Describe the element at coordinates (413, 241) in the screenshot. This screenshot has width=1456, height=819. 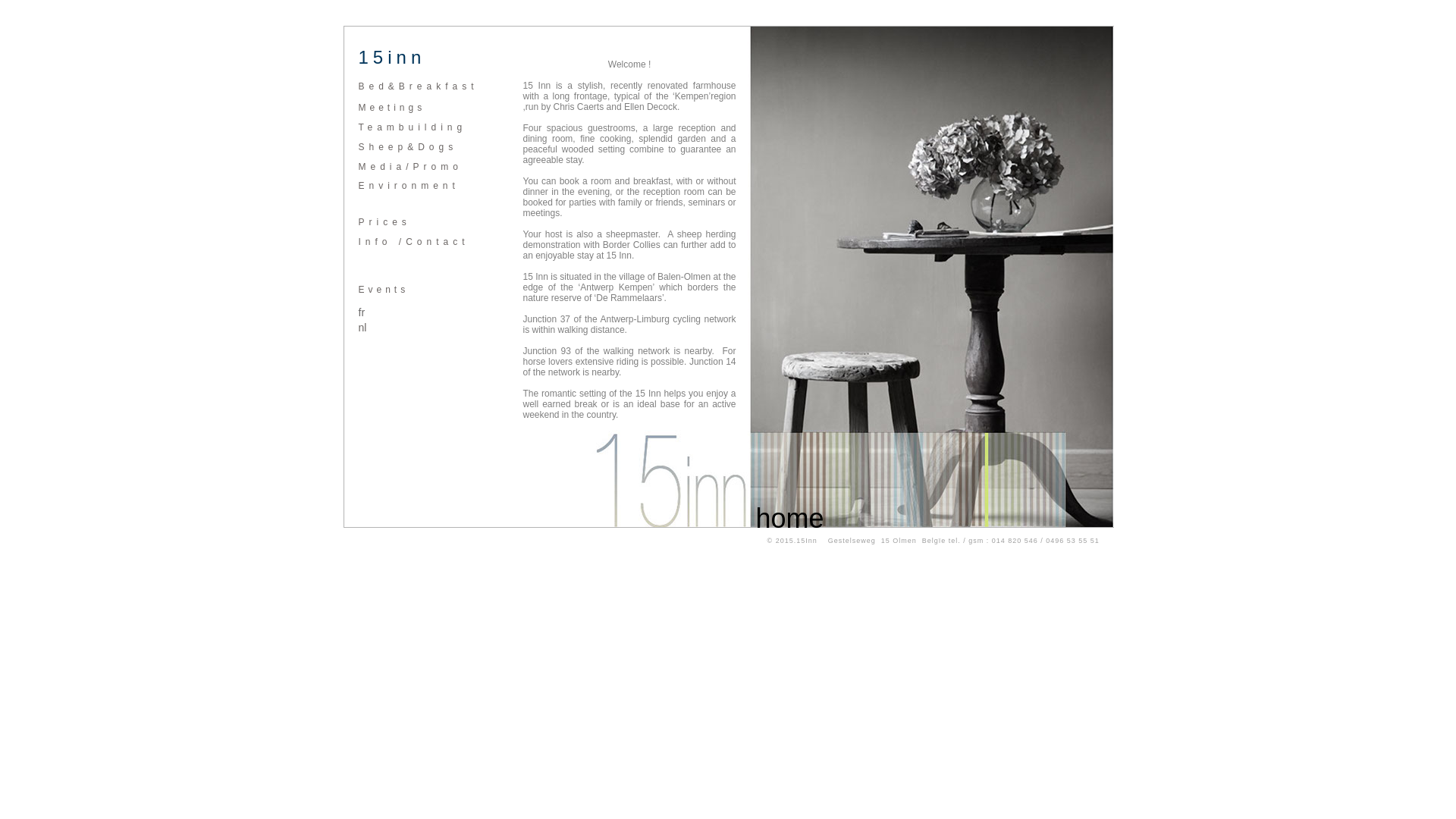
I see `'Info /Contact'` at that location.